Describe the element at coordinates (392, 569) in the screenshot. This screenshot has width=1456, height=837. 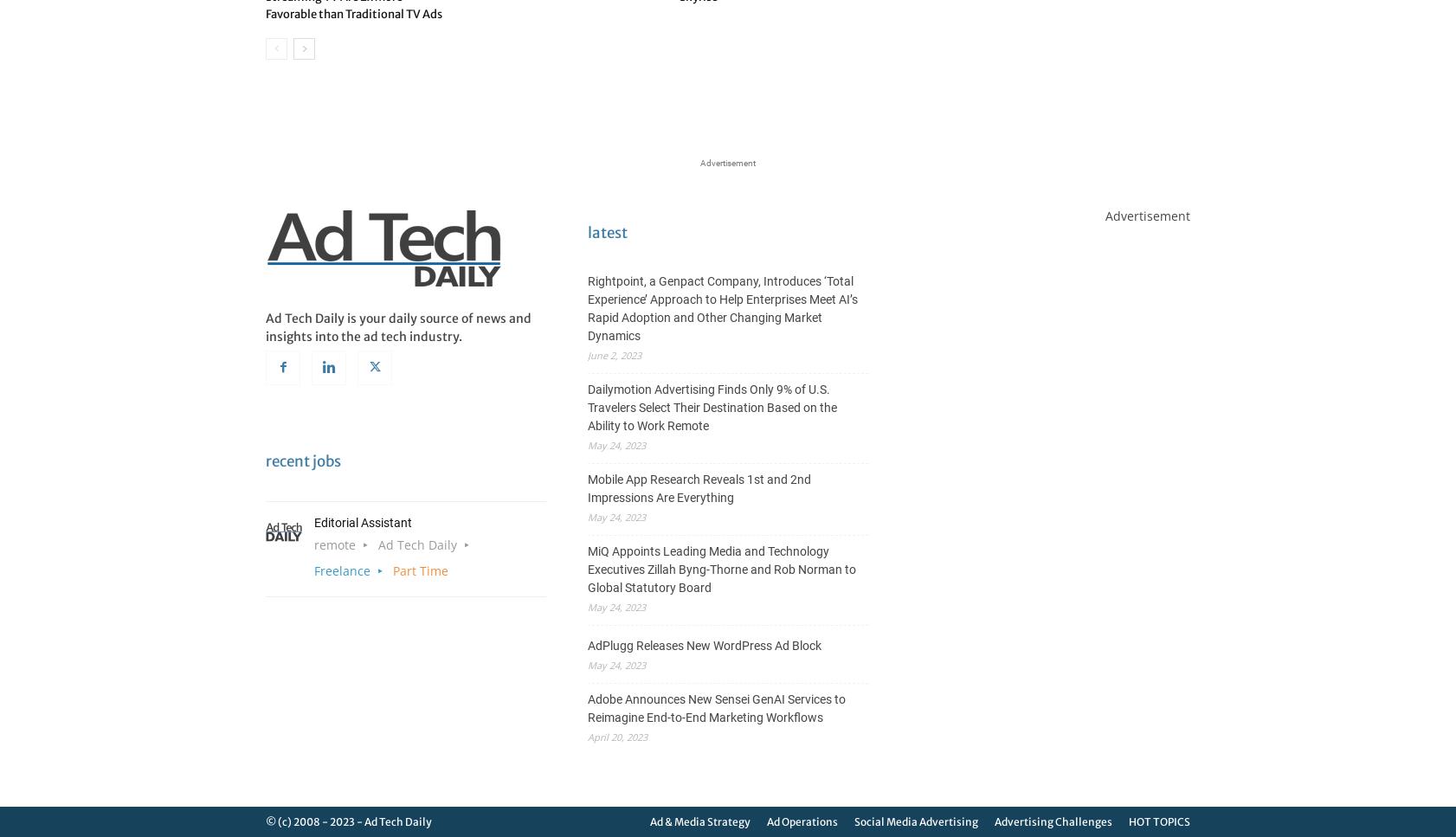
I see `'Part Time'` at that location.